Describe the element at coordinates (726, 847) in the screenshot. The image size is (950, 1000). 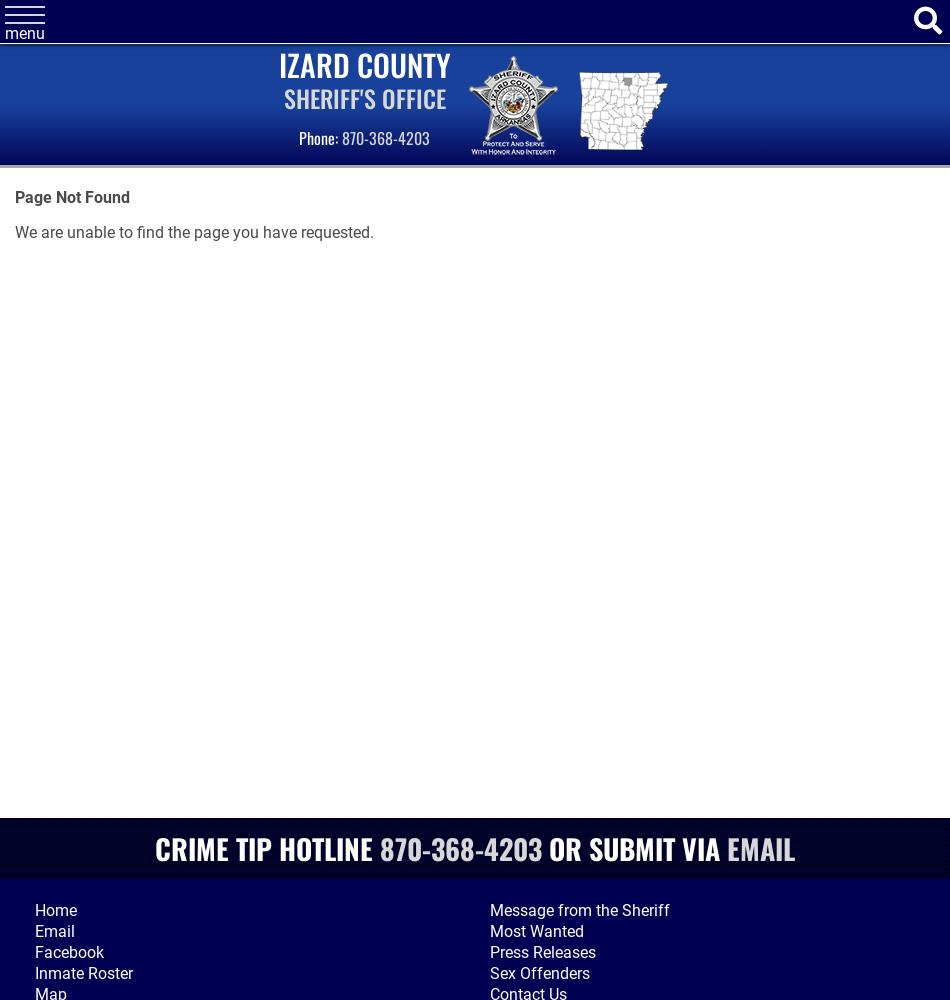
I see `'Email'` at that location.